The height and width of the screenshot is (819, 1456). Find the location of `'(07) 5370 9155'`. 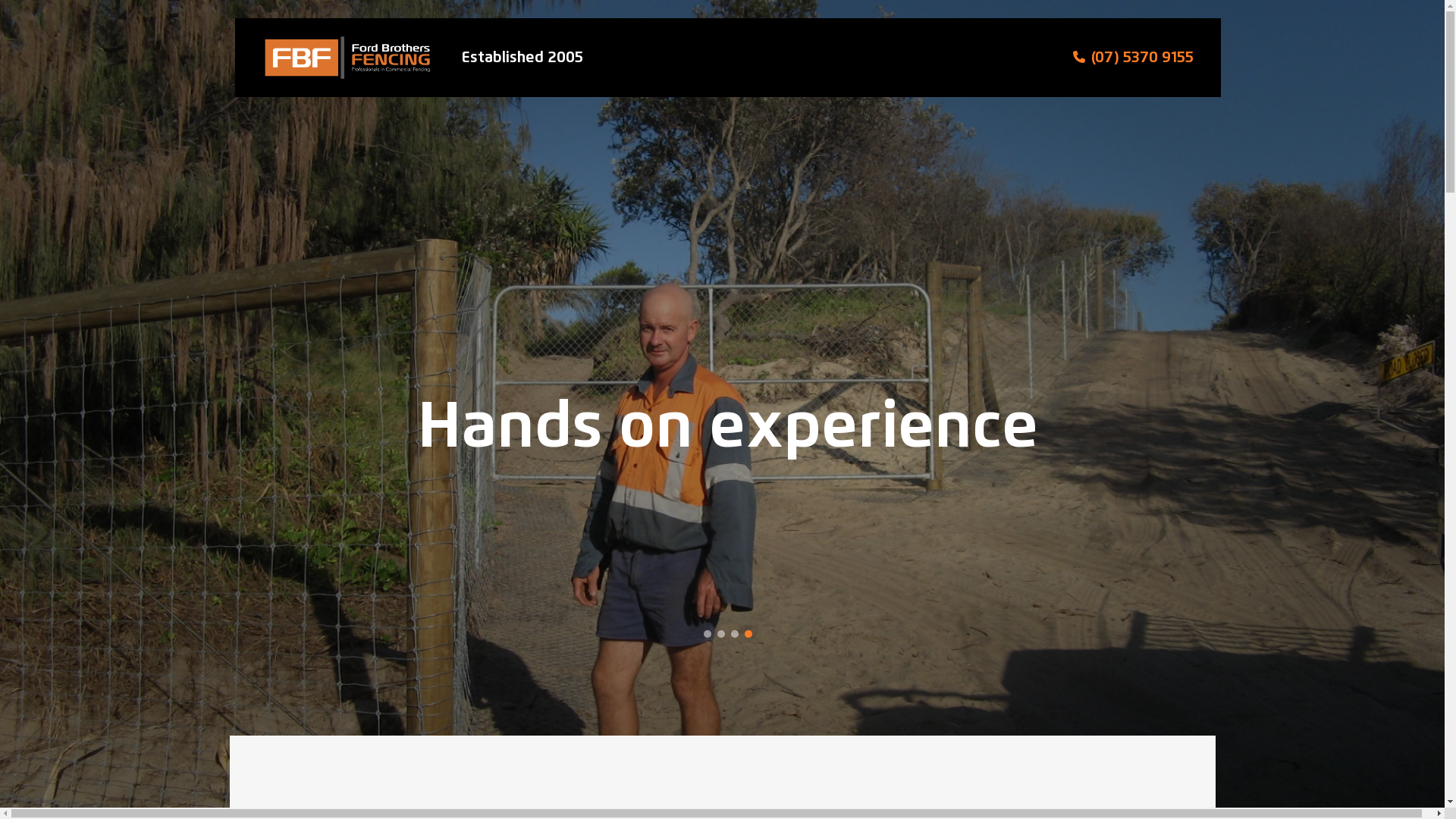

'(07) 5370 9155' is located at coordinates (1142, 57).